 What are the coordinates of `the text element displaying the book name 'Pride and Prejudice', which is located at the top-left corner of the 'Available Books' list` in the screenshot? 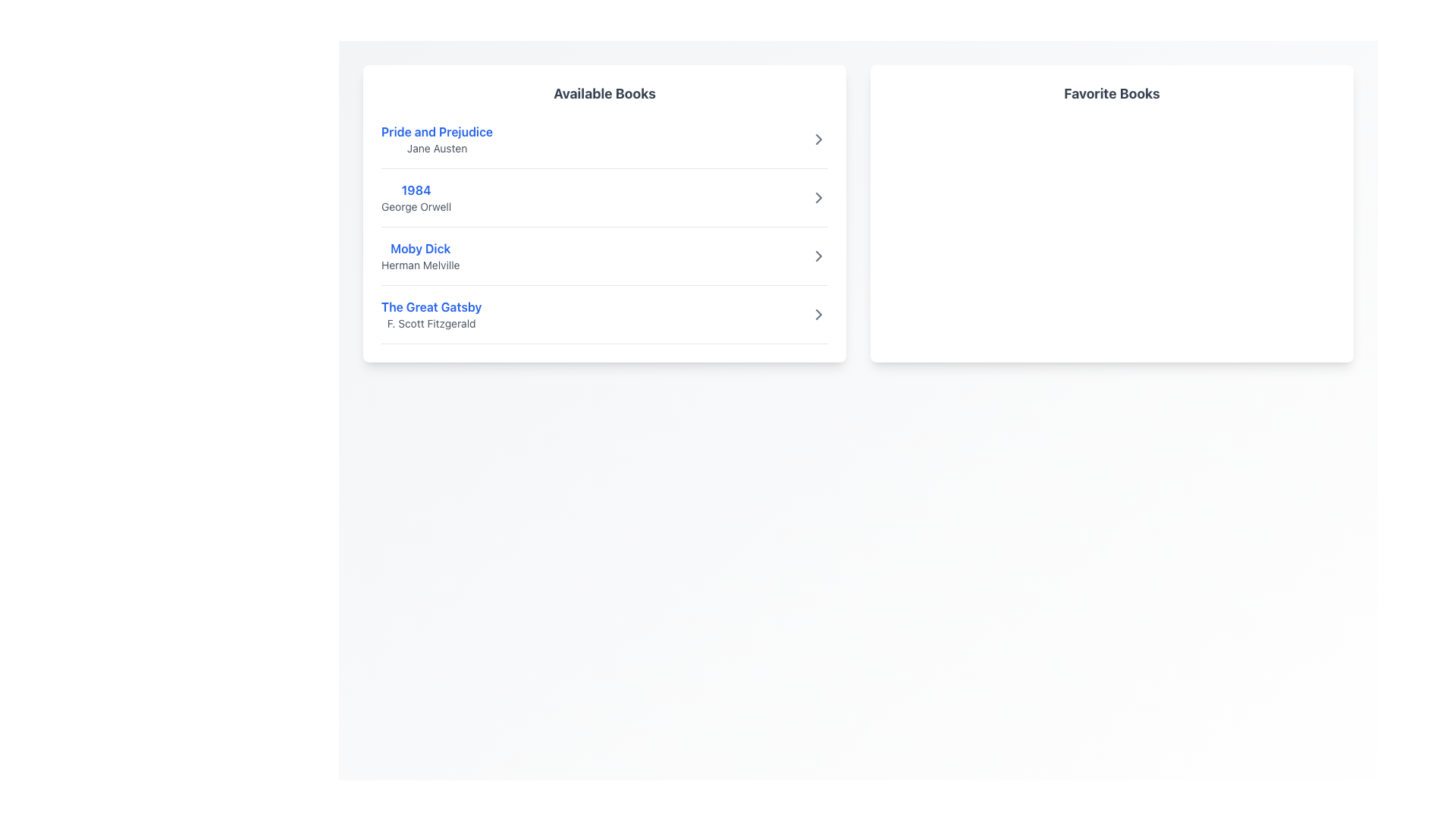 It's located at (436, 130).